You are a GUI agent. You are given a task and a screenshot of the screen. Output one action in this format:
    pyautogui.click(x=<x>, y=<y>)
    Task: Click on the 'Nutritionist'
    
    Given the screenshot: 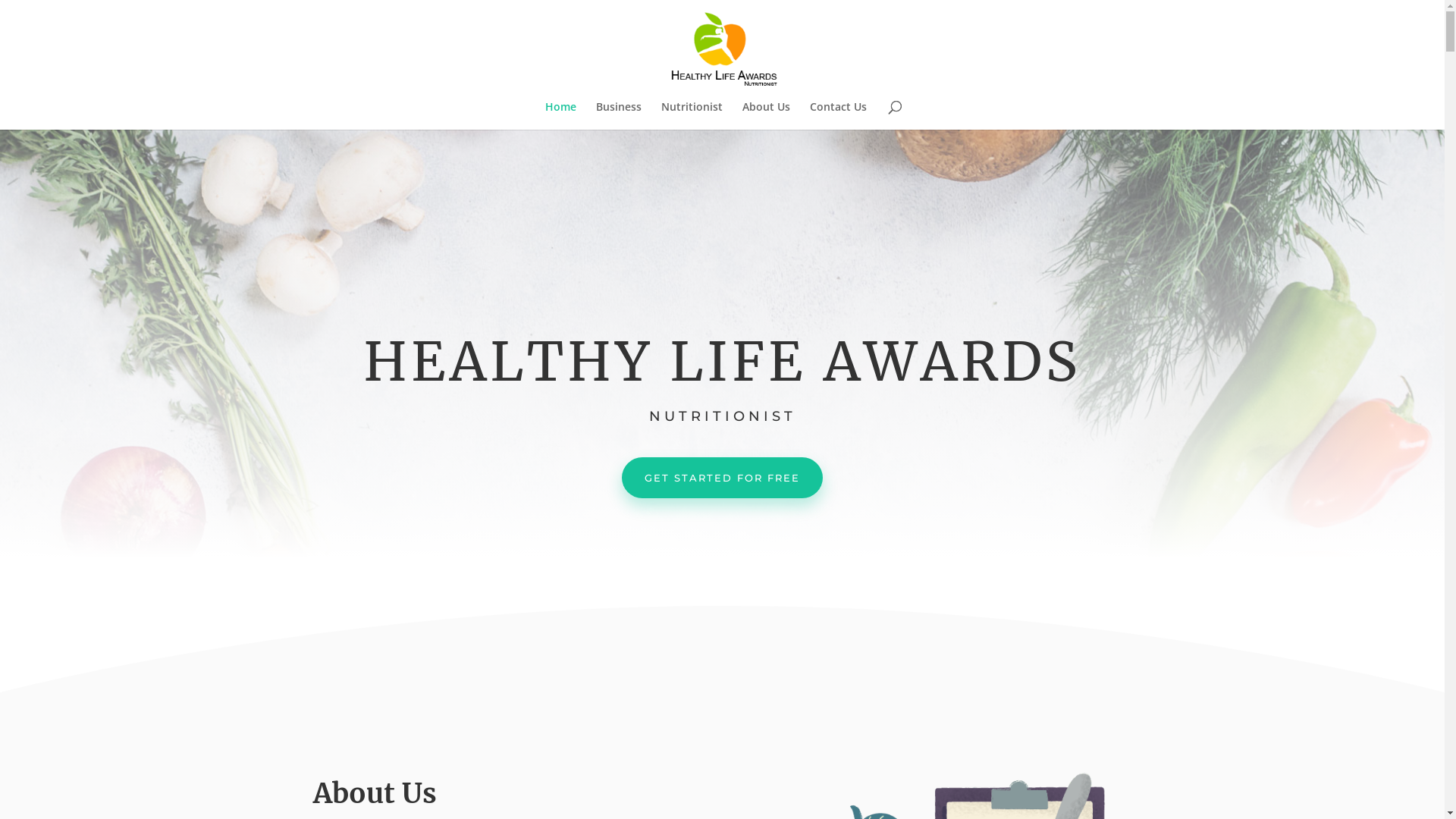 What is the action you would take?
    pyautogui.click(x=691, y=115)
    